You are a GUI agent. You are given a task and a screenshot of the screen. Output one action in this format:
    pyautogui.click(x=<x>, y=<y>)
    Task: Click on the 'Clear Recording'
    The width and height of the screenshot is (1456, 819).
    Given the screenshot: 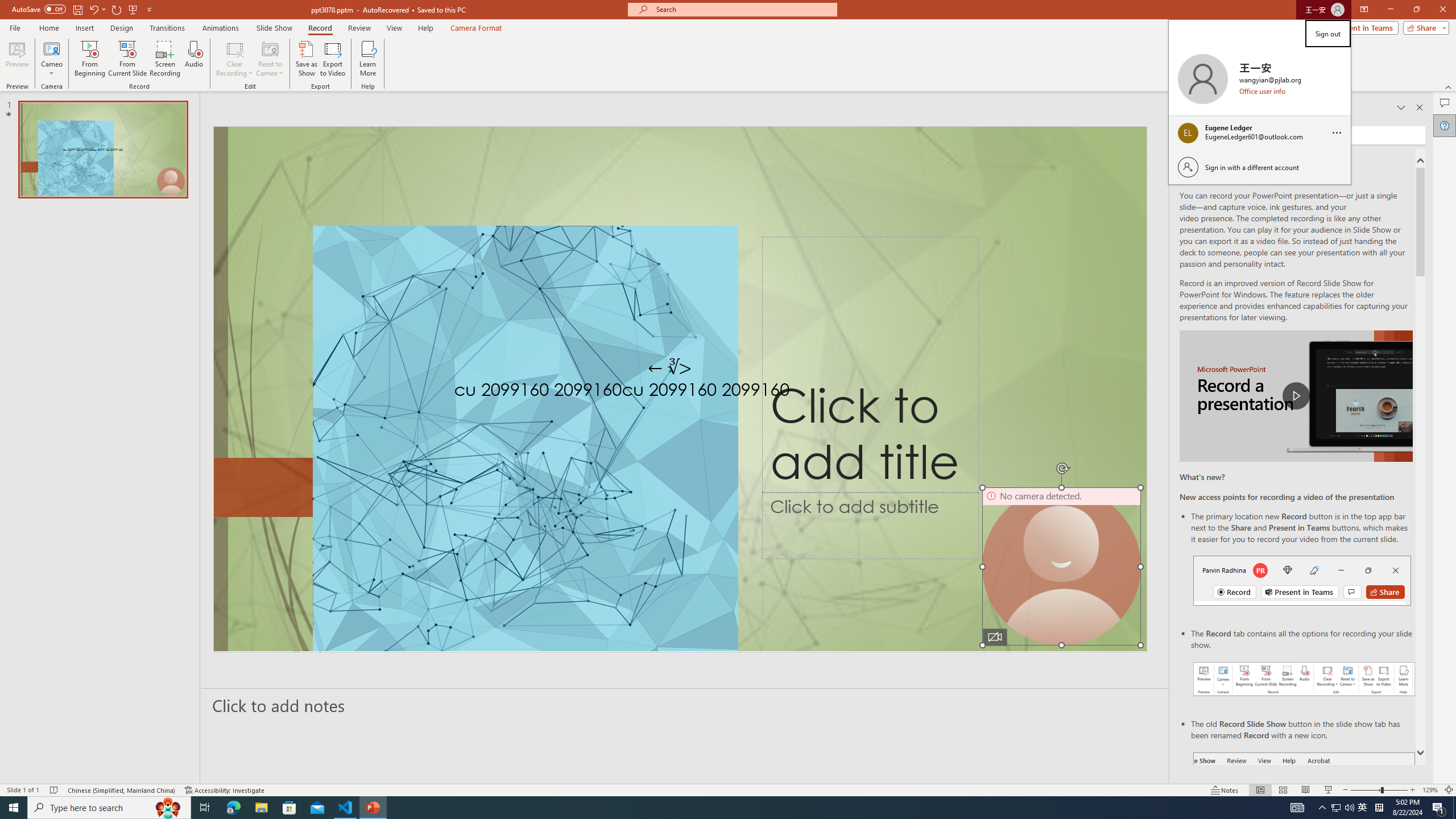 What is the action you would take?
    pyautogui.click(x=234, y=59)
    